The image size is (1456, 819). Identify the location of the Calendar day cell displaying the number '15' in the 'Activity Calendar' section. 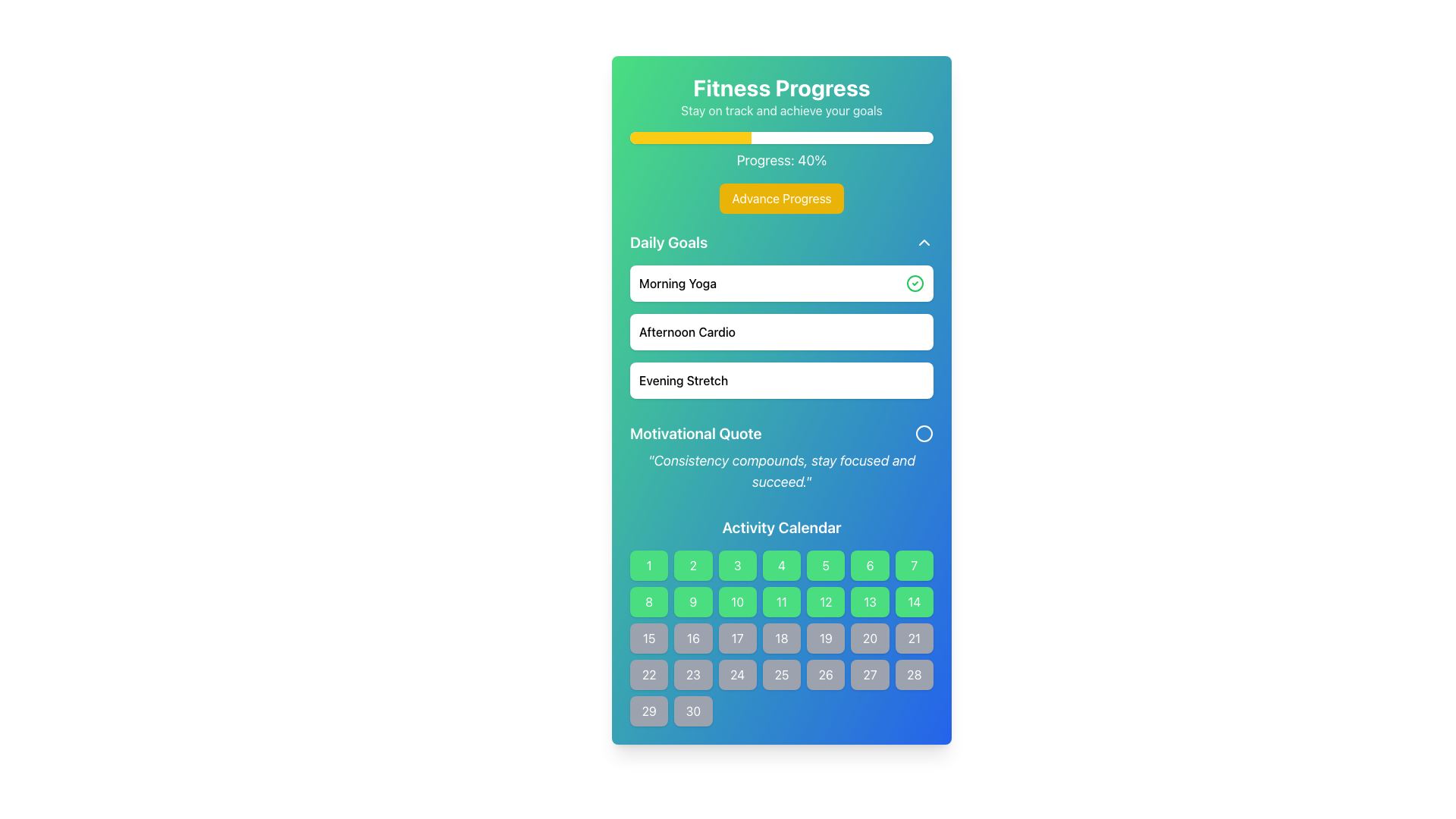
(649, 638).